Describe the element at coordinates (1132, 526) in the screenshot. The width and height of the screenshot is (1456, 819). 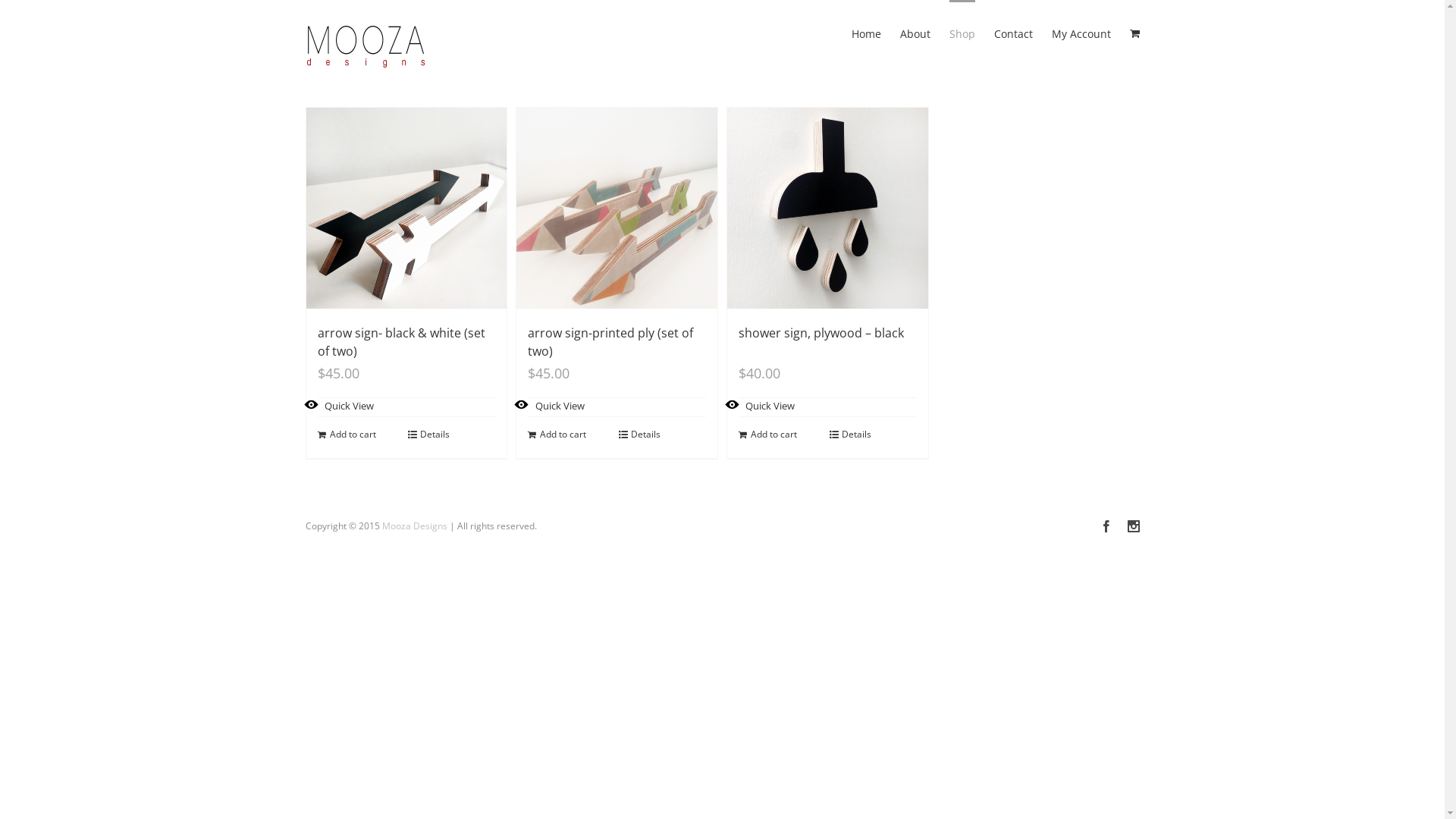
I see `'Instagram'` at that location.